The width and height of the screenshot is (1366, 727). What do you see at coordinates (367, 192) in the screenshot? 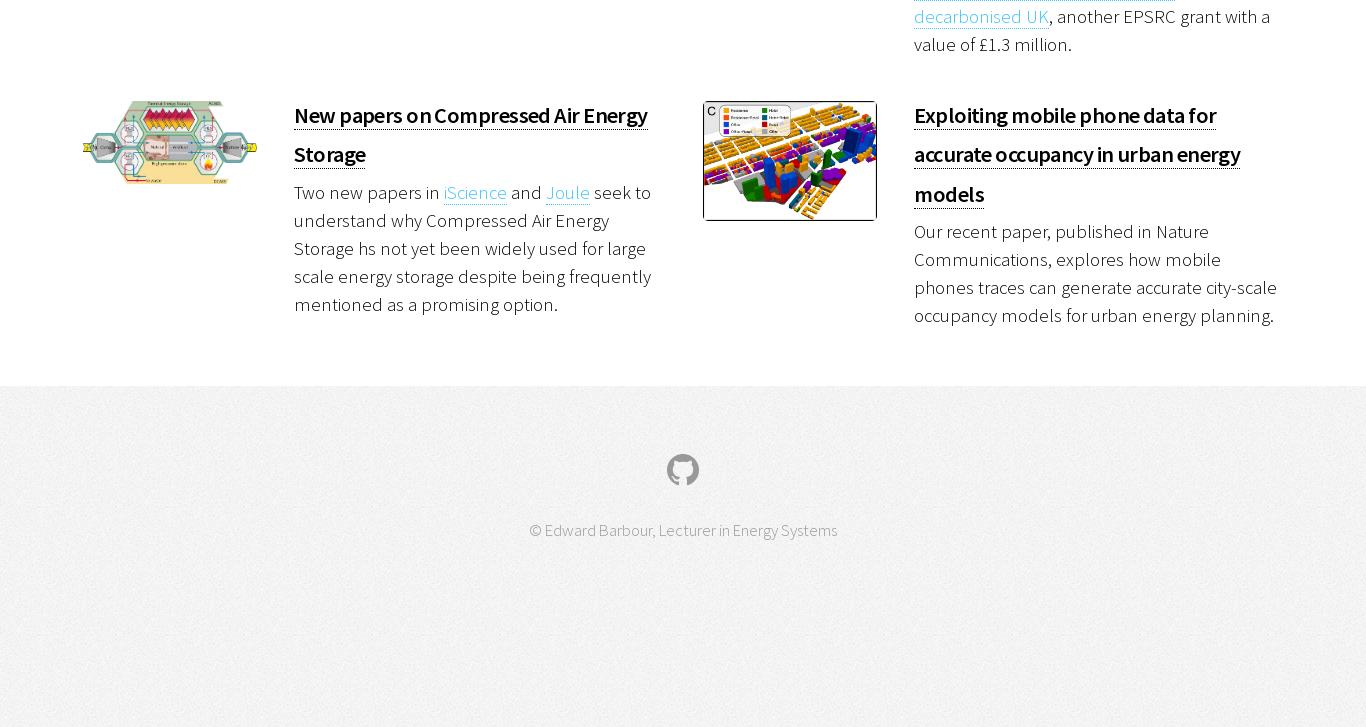
I see `'Two new papers in'` at bounding box center [367, 192].